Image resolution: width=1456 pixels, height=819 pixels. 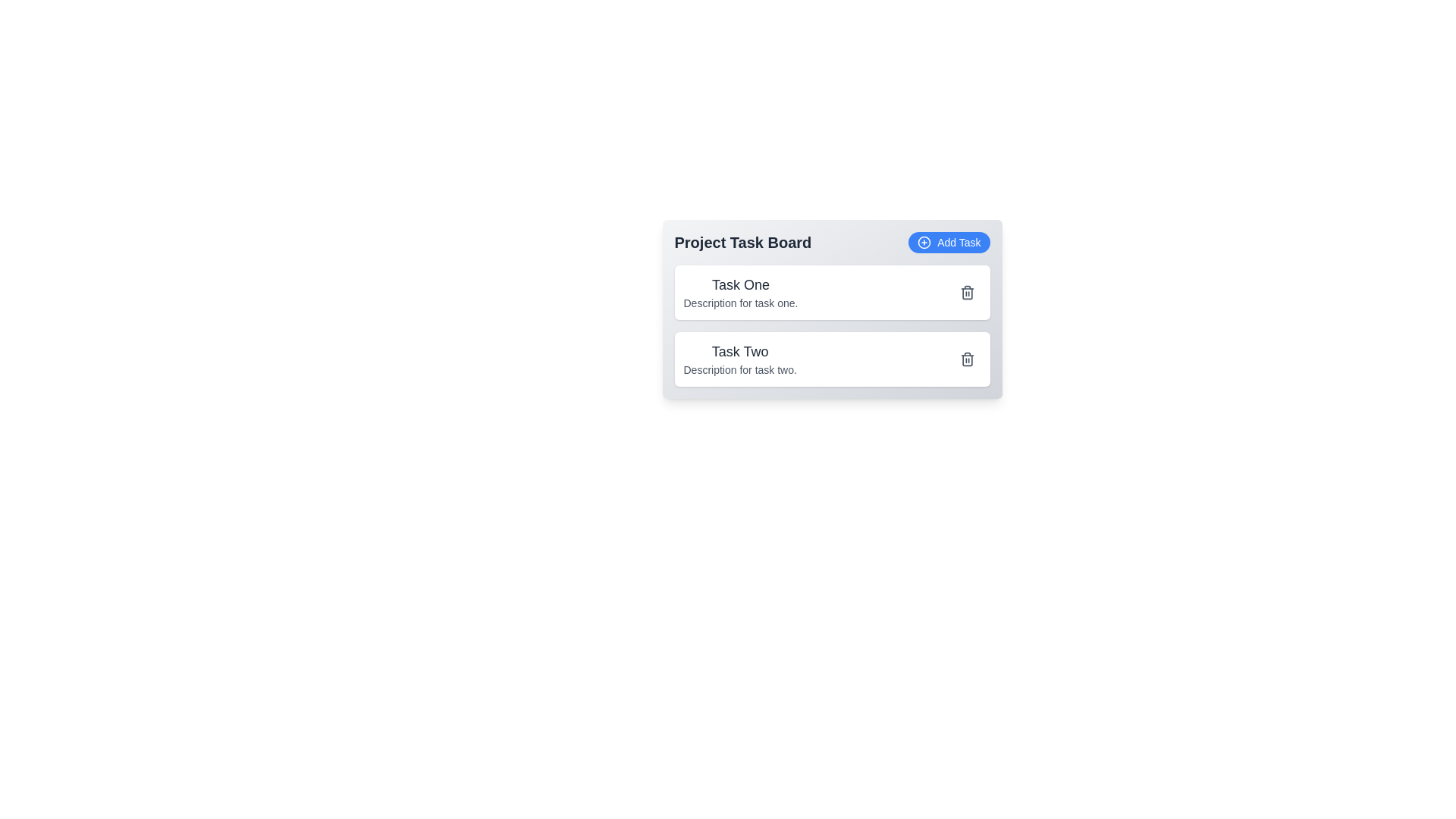 What do you see at coordinates (742, 242) in the screenshot?
I see `the text element displaying the title 'Project Task Board', which is styled in a large and bold dark-gray font, located in the upper-left part of the task board interface` at bounding box center [742, 242].